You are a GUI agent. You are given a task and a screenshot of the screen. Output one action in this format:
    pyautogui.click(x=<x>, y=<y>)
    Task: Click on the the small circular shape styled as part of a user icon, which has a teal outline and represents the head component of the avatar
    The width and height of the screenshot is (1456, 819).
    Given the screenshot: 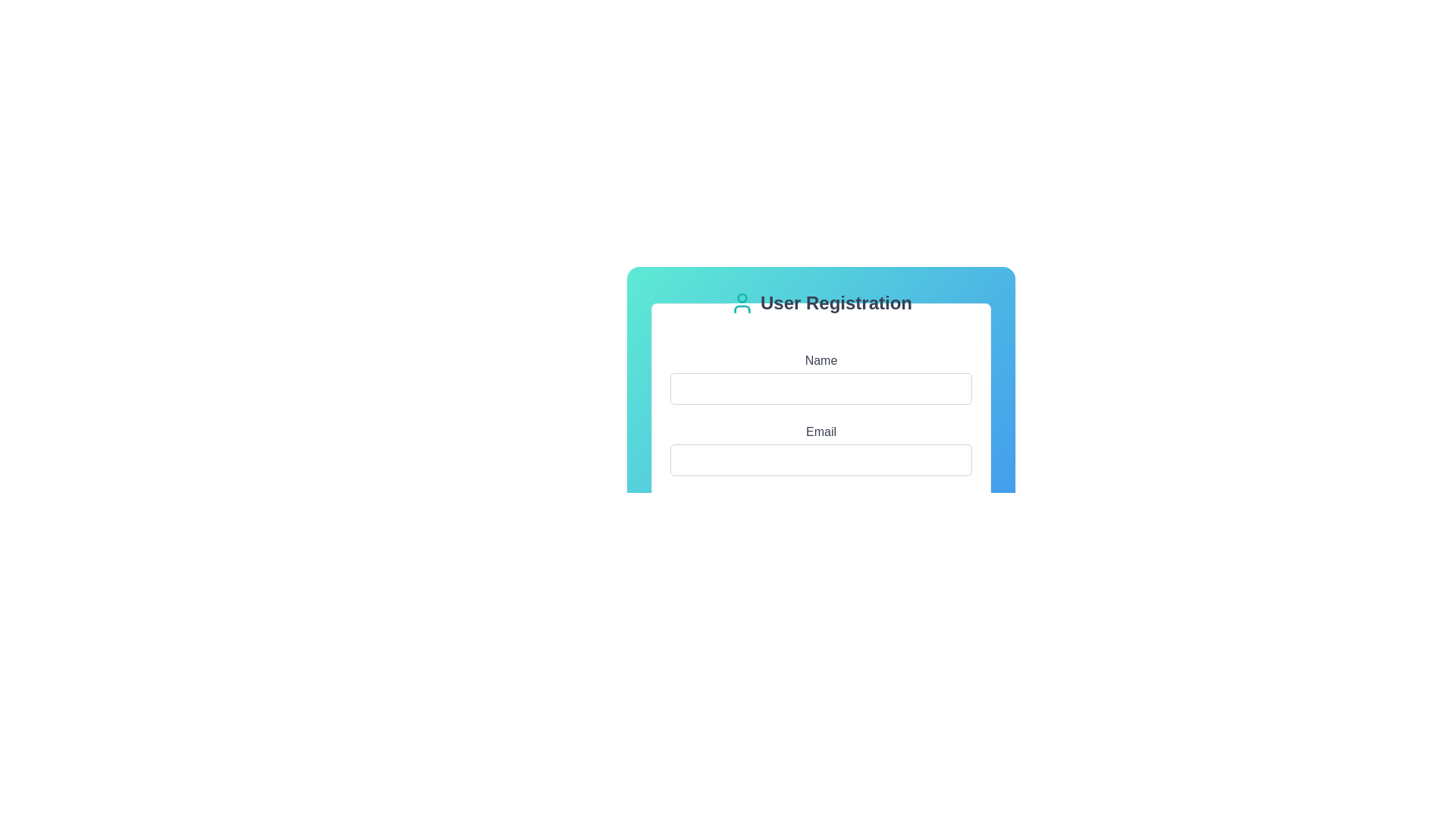 What is the action you would take?
    pyautogui.click(x=742, y=298)
    